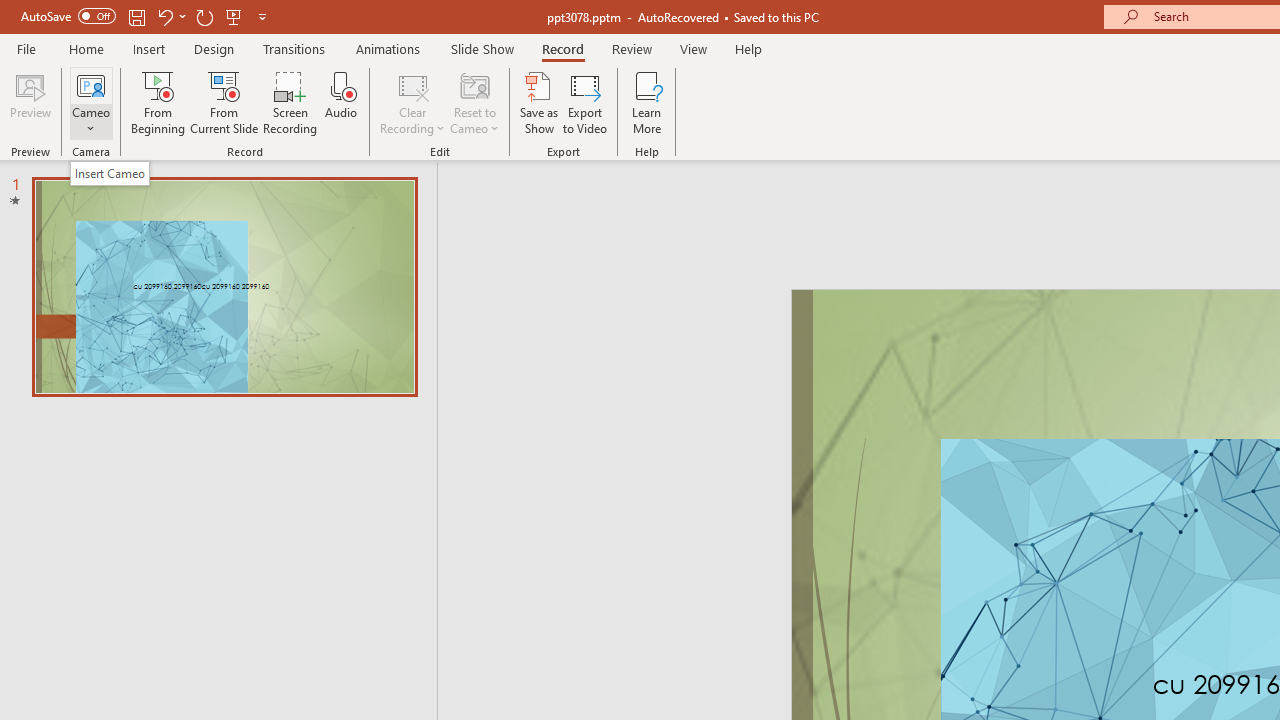  What do you see at coordinates (109, 172) in the screenshot?
I see `'Insert Cameo'` at bounding box center [109, 172].